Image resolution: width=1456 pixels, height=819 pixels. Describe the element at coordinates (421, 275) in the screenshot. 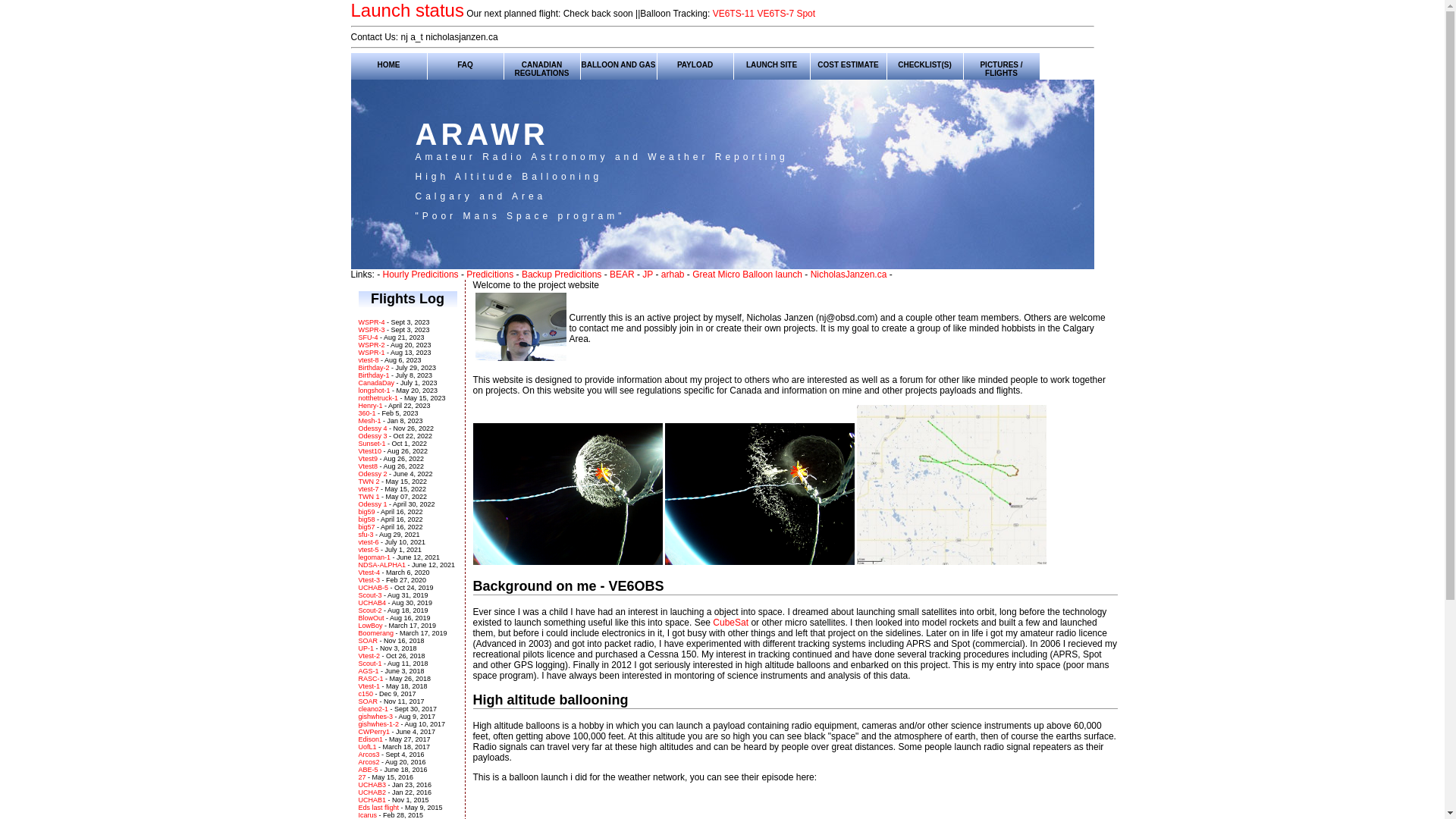

I see `'Hourly Predicitions'` at that location.